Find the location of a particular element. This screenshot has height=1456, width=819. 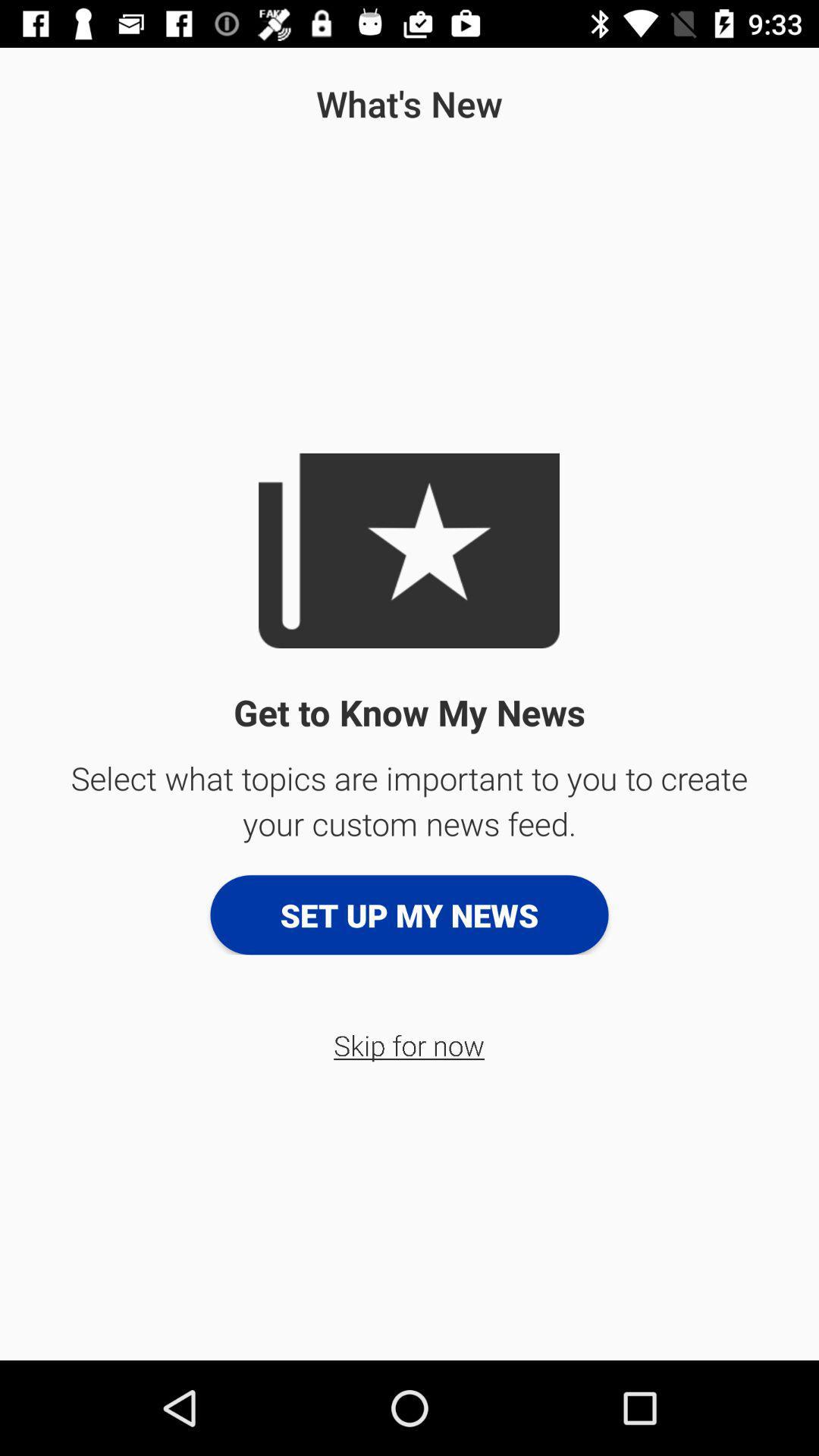

the app below select what topics app is located at coordinates (409, 914).